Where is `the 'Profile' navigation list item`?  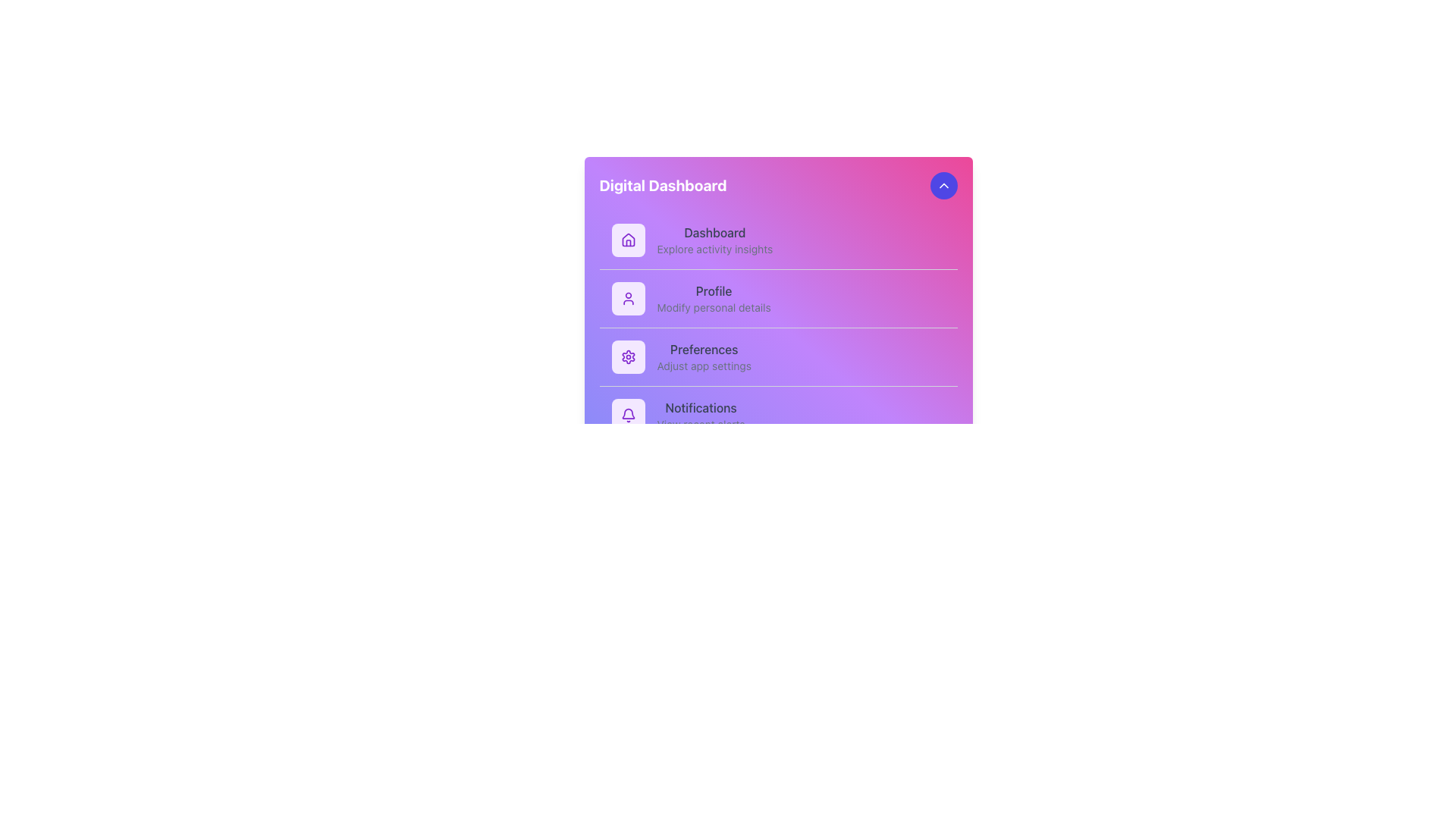 the 'Profile' navigation list item is located at coordinates (778, 298).